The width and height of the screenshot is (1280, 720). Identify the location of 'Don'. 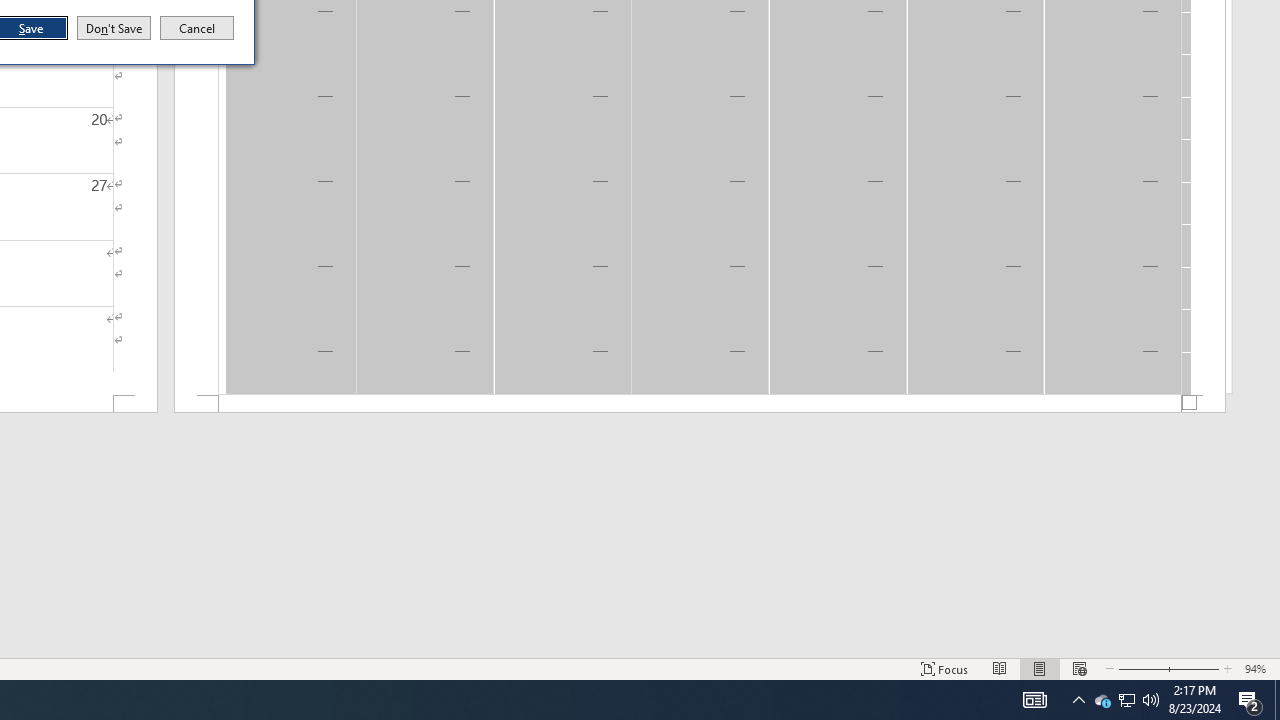
(112, 28).